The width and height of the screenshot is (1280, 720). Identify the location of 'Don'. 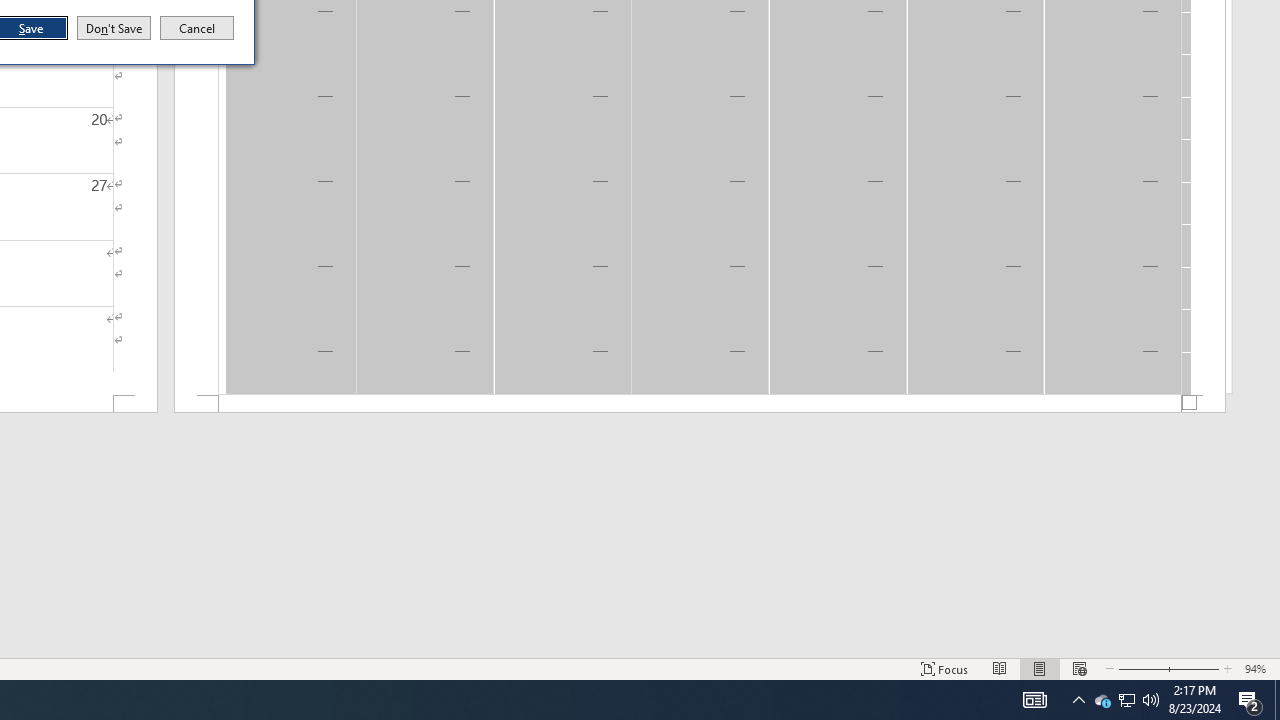
(112, 28).